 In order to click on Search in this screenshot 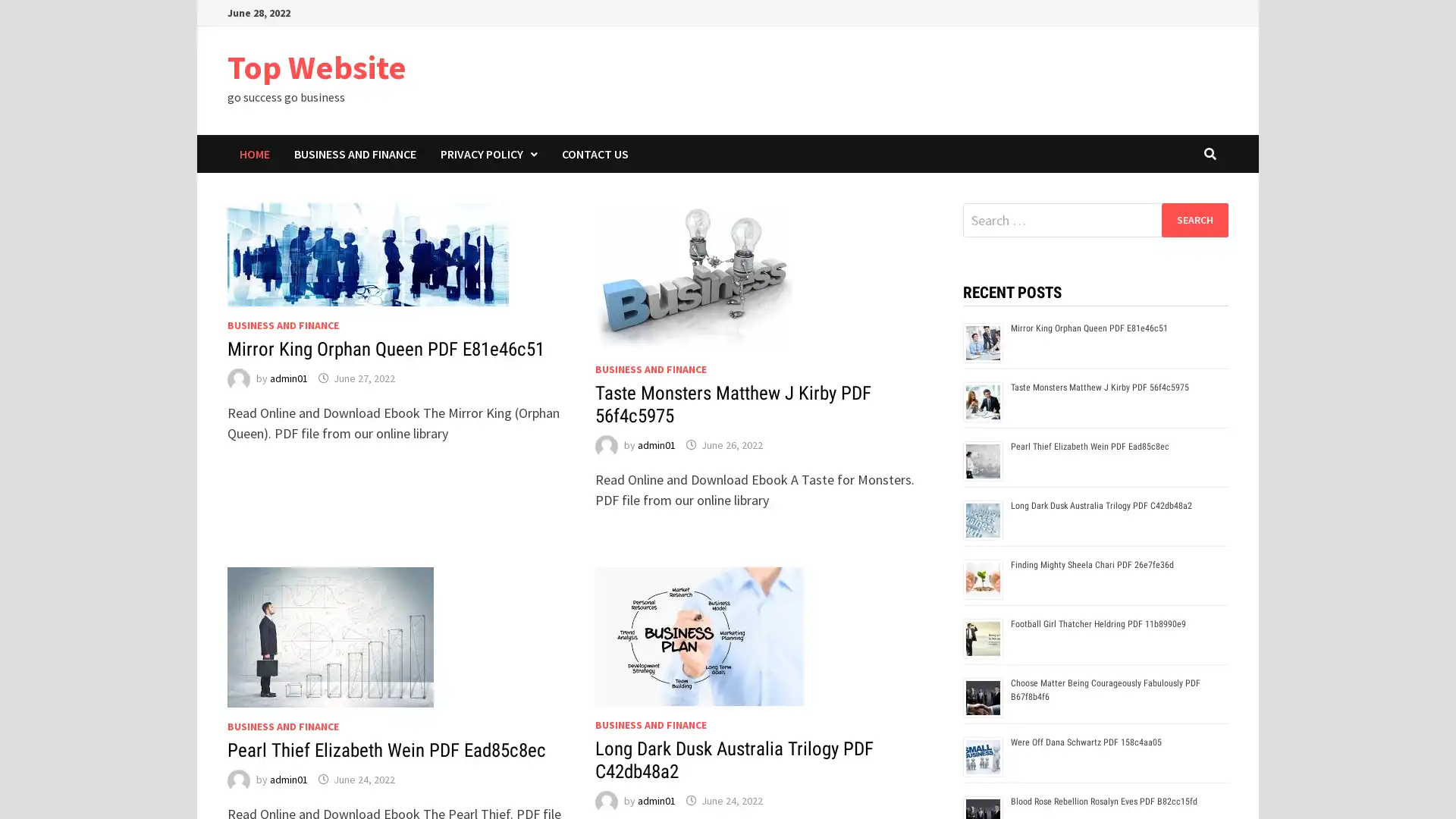, I will do `click(1194, 219)`.